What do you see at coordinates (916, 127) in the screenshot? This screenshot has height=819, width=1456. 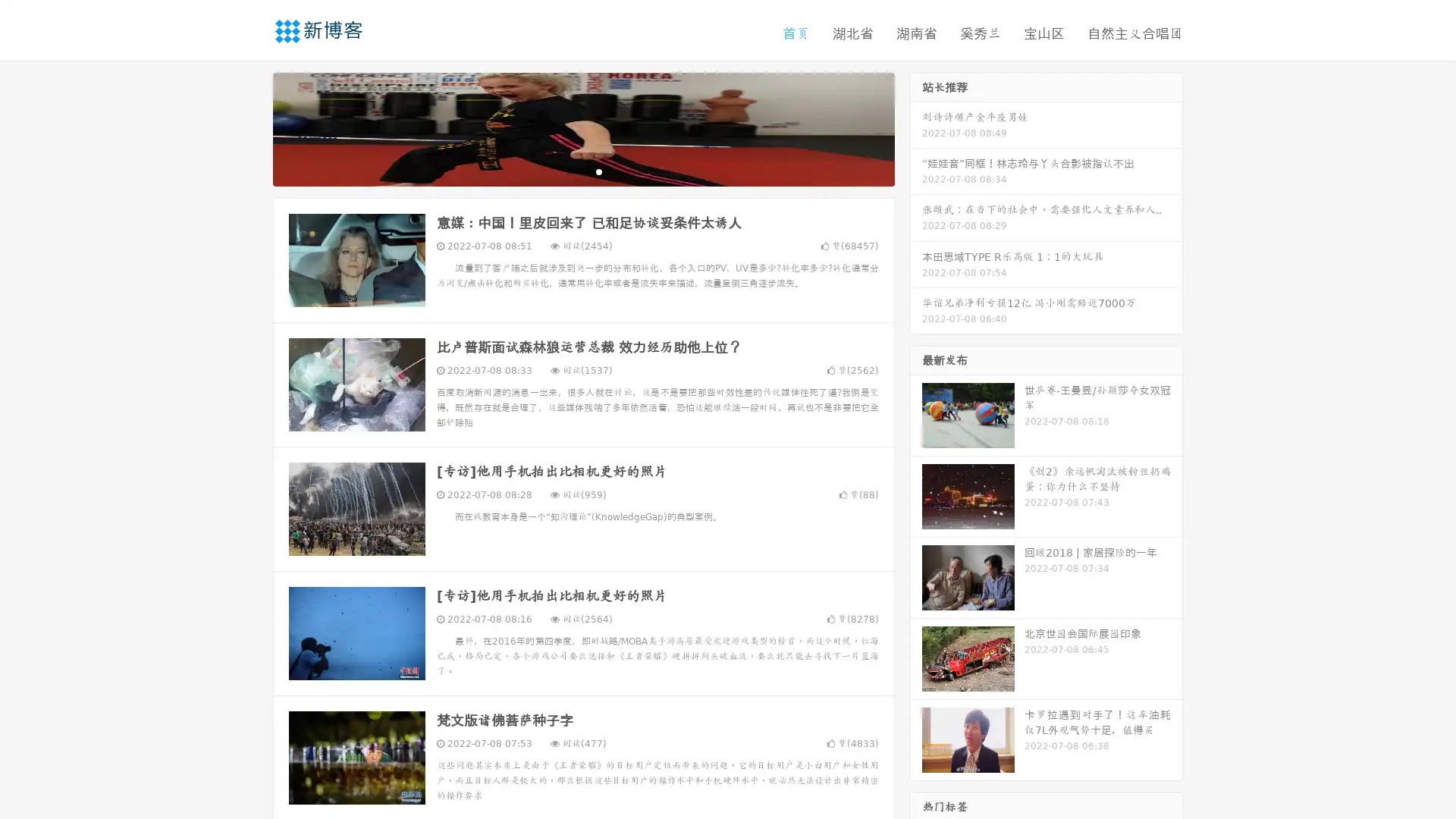 I see `Next slide` at bounding box center [916, 127].